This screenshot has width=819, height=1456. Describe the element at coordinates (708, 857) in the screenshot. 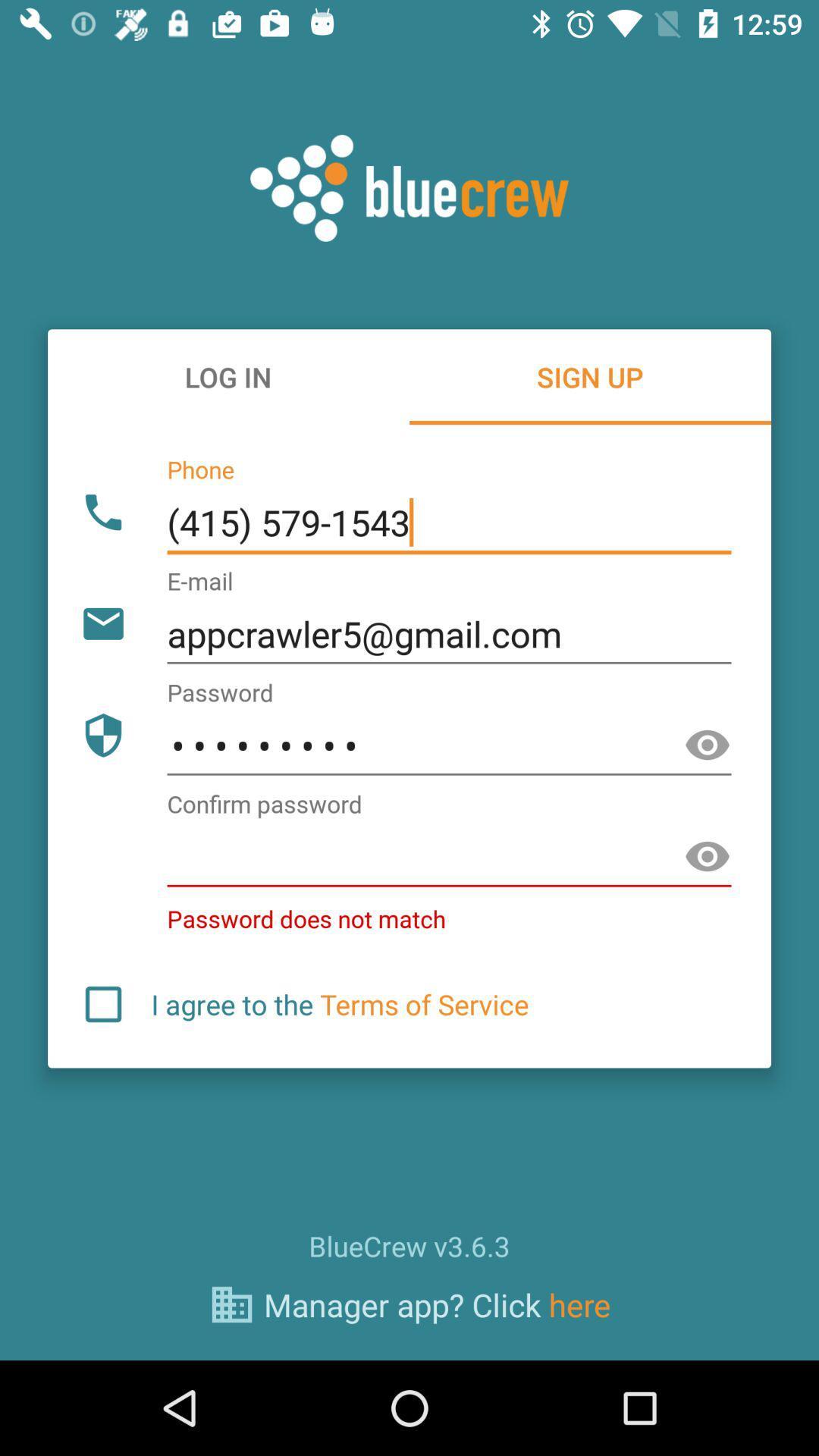

I see `password page` at that location.